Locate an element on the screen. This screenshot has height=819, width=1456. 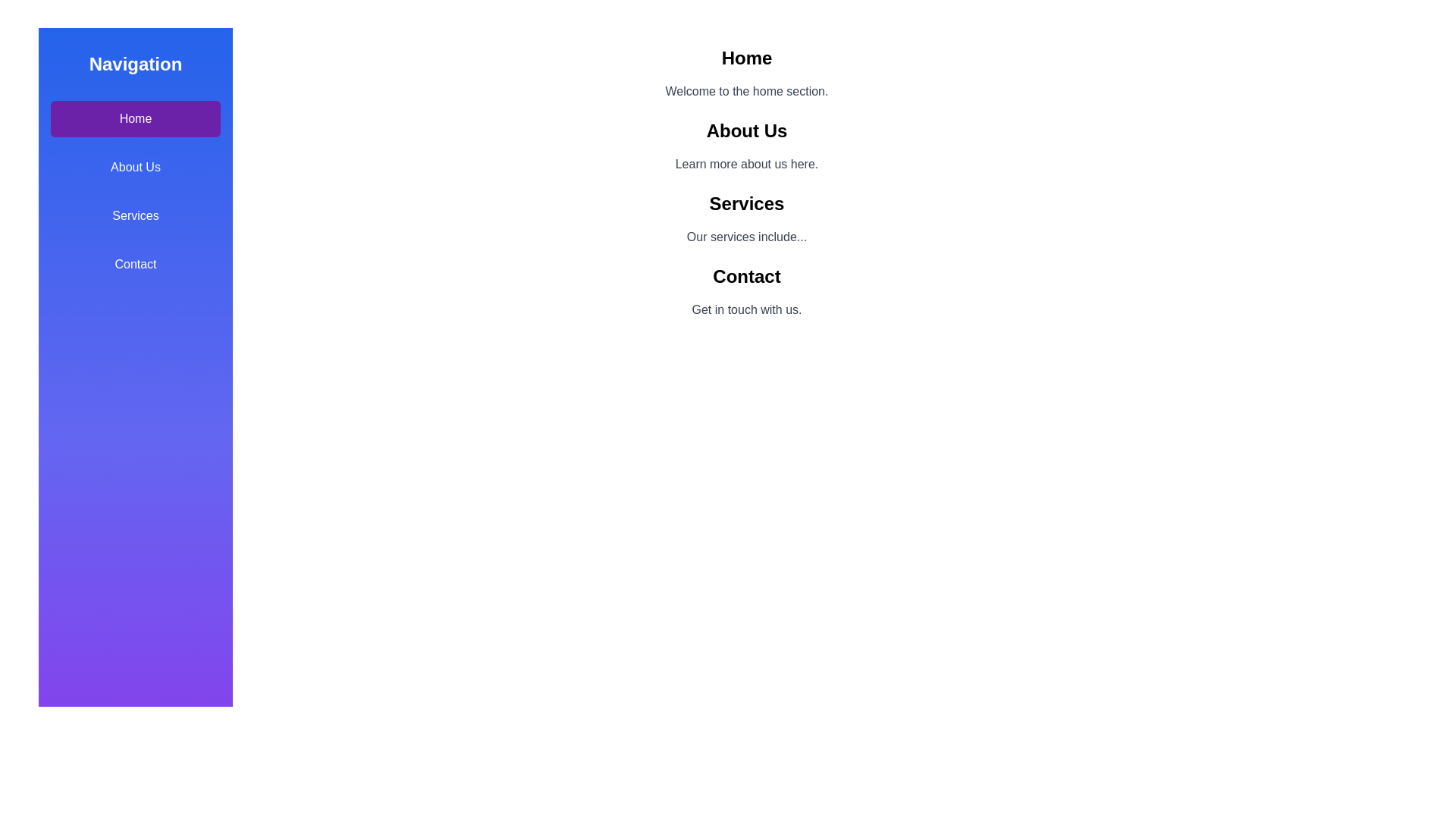
the 'Services' button, which is the third item in the vertical navigation menu with a blue gradient background, to observe its hover effect is located at coordinates (135, 216).